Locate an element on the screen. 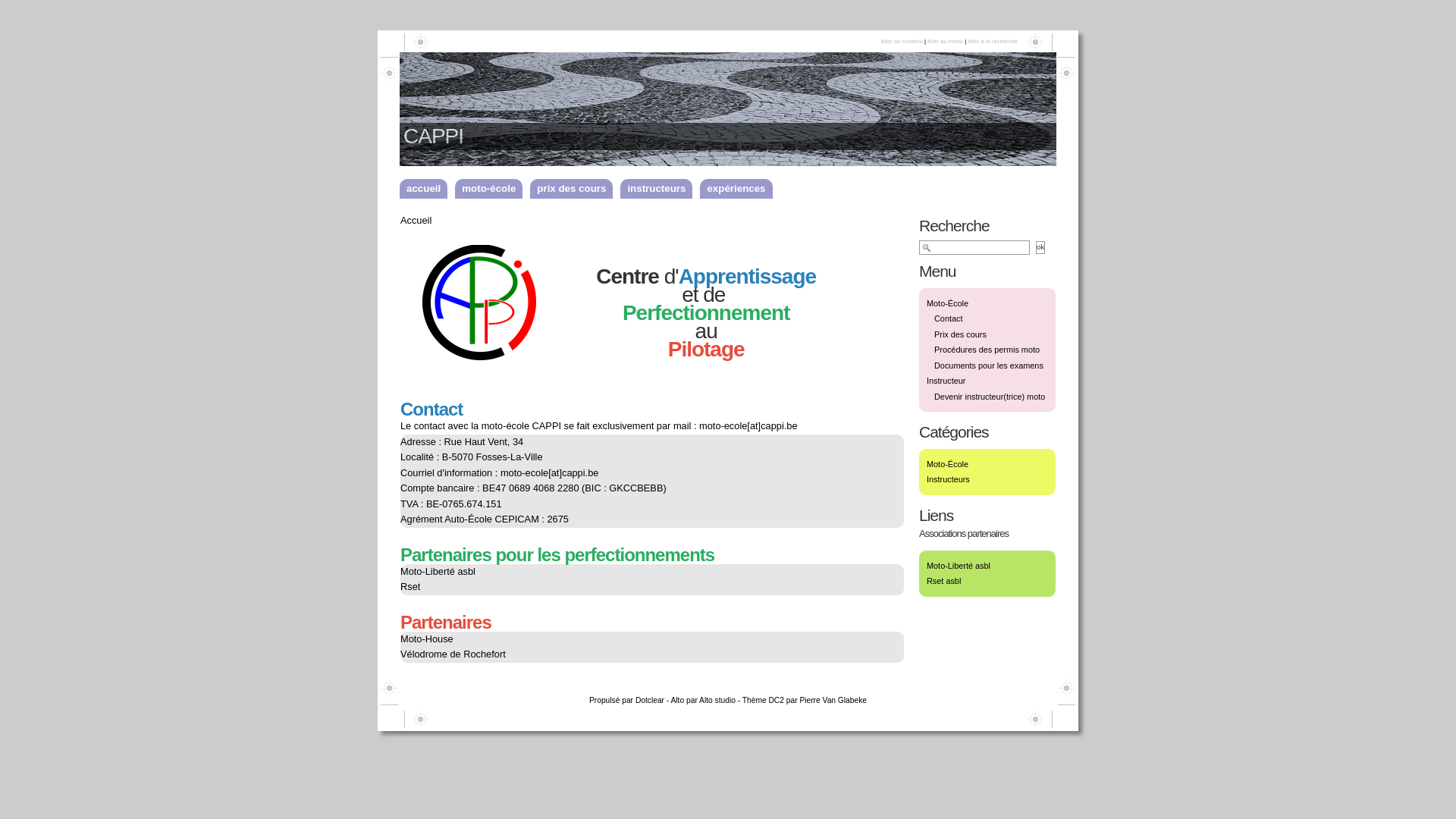 This screenshot has width=1456, height=819. 'Instructeur' is located at coordinates (945, 379).